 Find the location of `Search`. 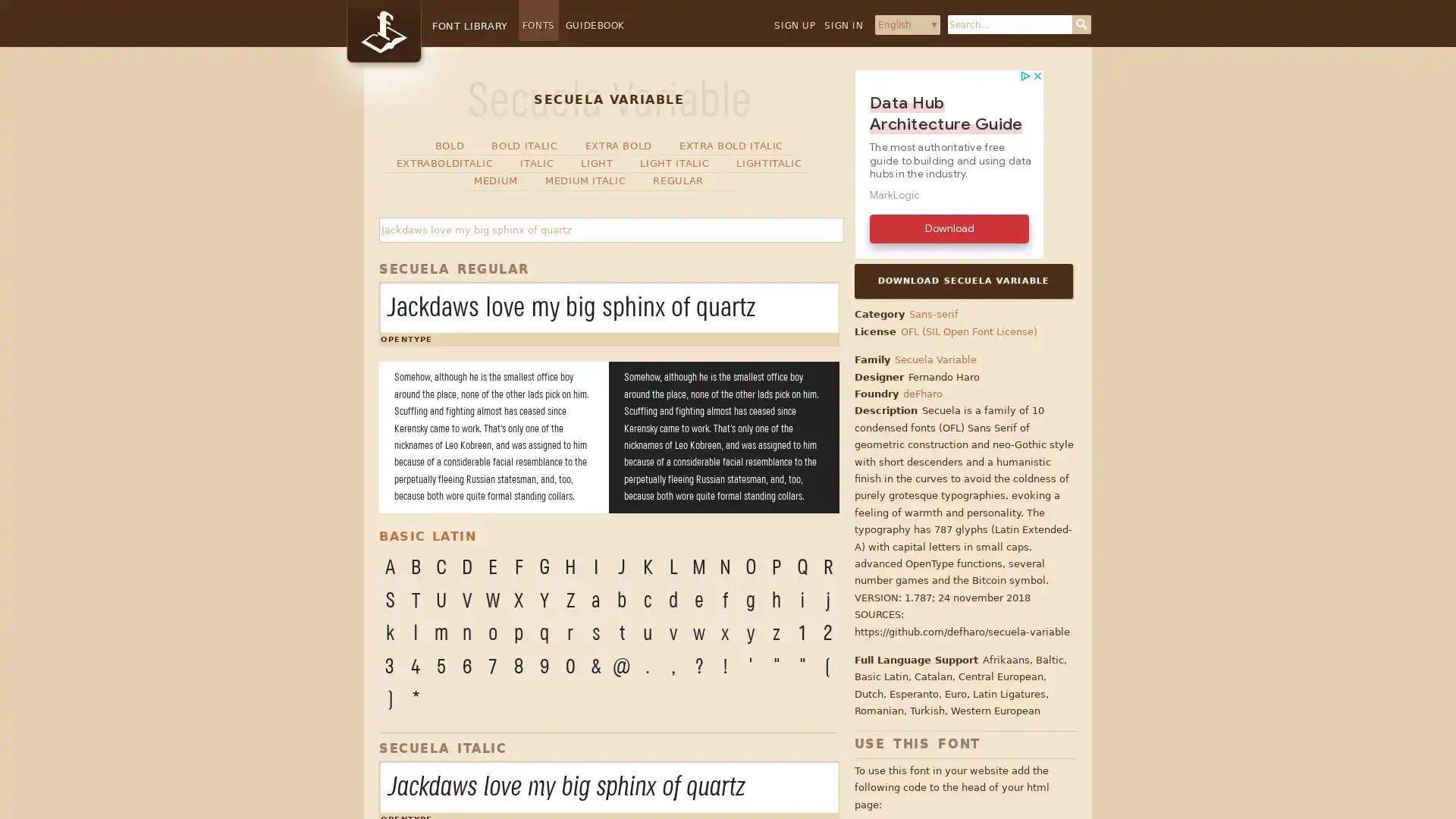

Search is located at coordinates (1081, 24).